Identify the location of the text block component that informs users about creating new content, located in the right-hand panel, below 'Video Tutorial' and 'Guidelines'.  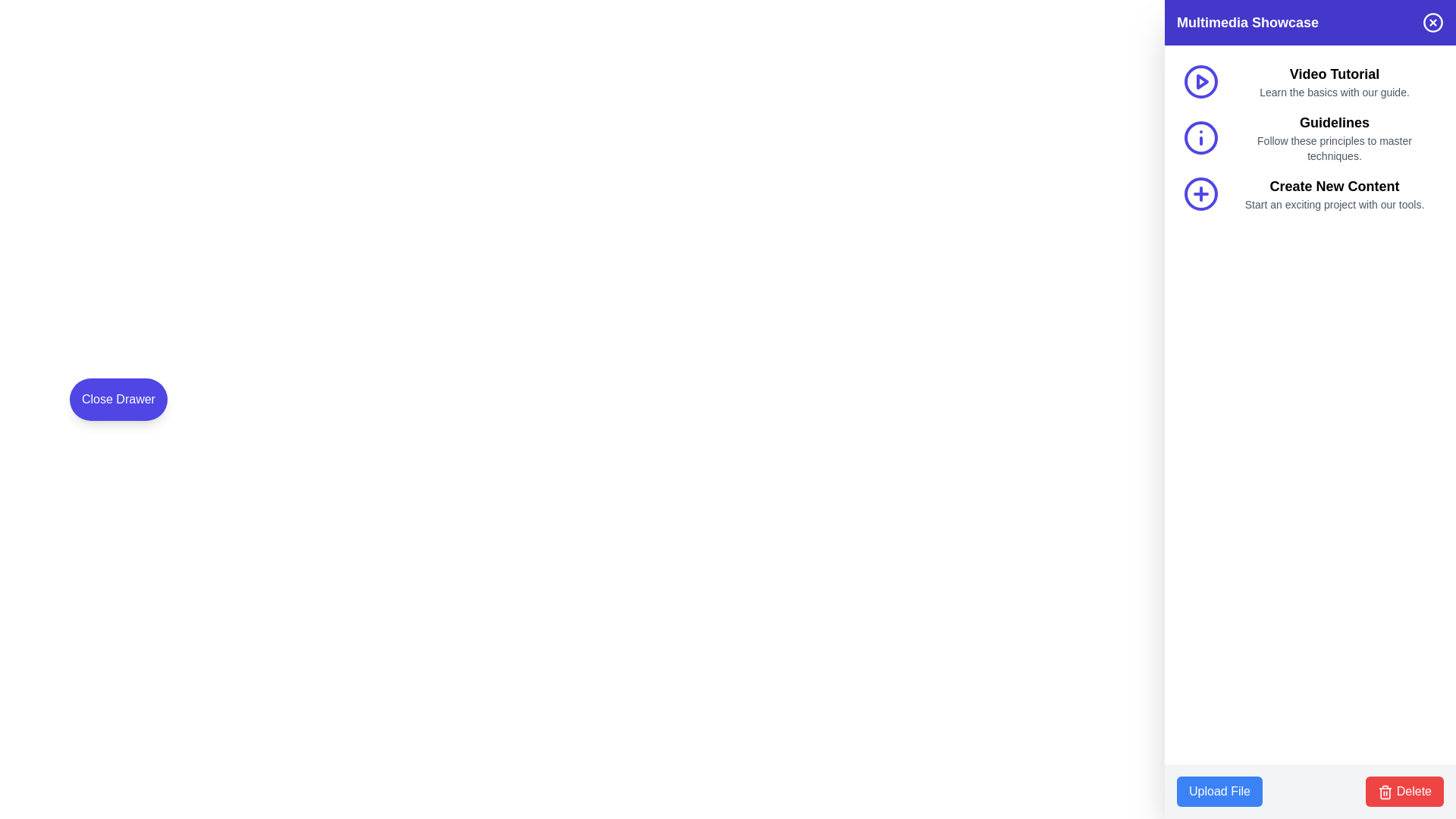
(1335, 193).